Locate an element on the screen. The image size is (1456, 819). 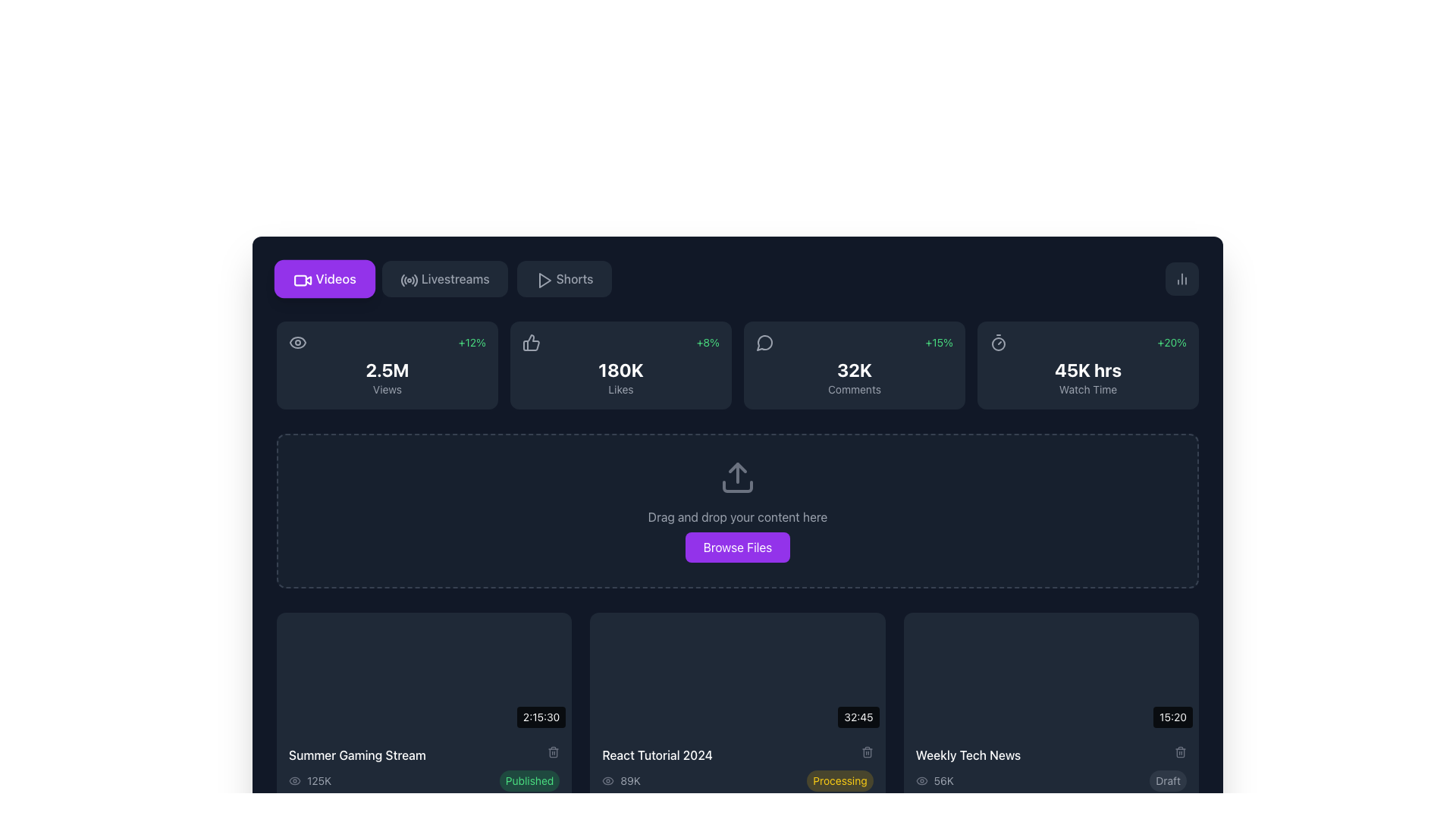
the 'Videos' icon in the navigation menu, which is part of a purple button indicating video content is located at coordinates (303, 281).